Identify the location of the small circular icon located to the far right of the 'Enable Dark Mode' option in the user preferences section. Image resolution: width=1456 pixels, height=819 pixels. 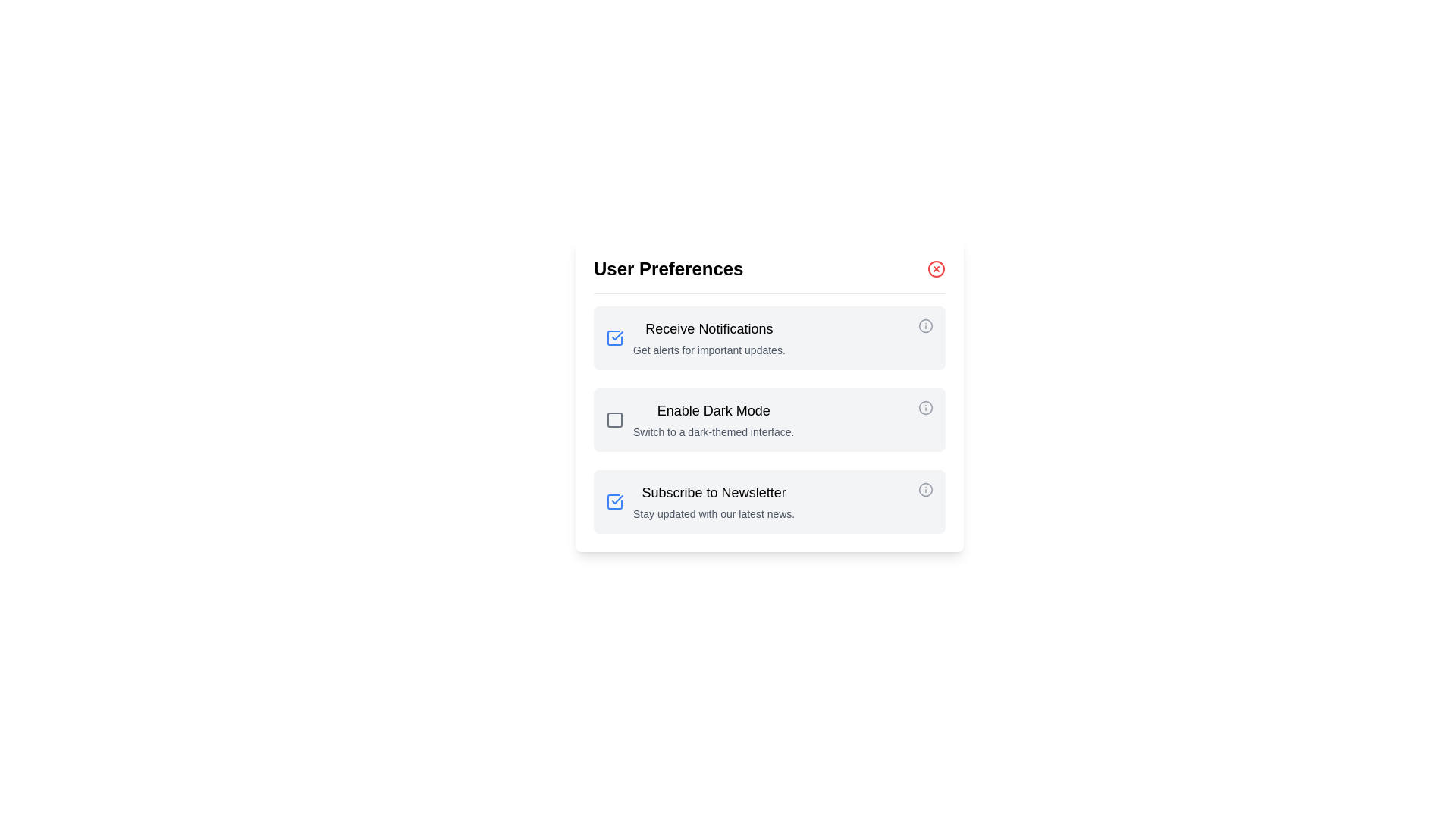
(924, 406).